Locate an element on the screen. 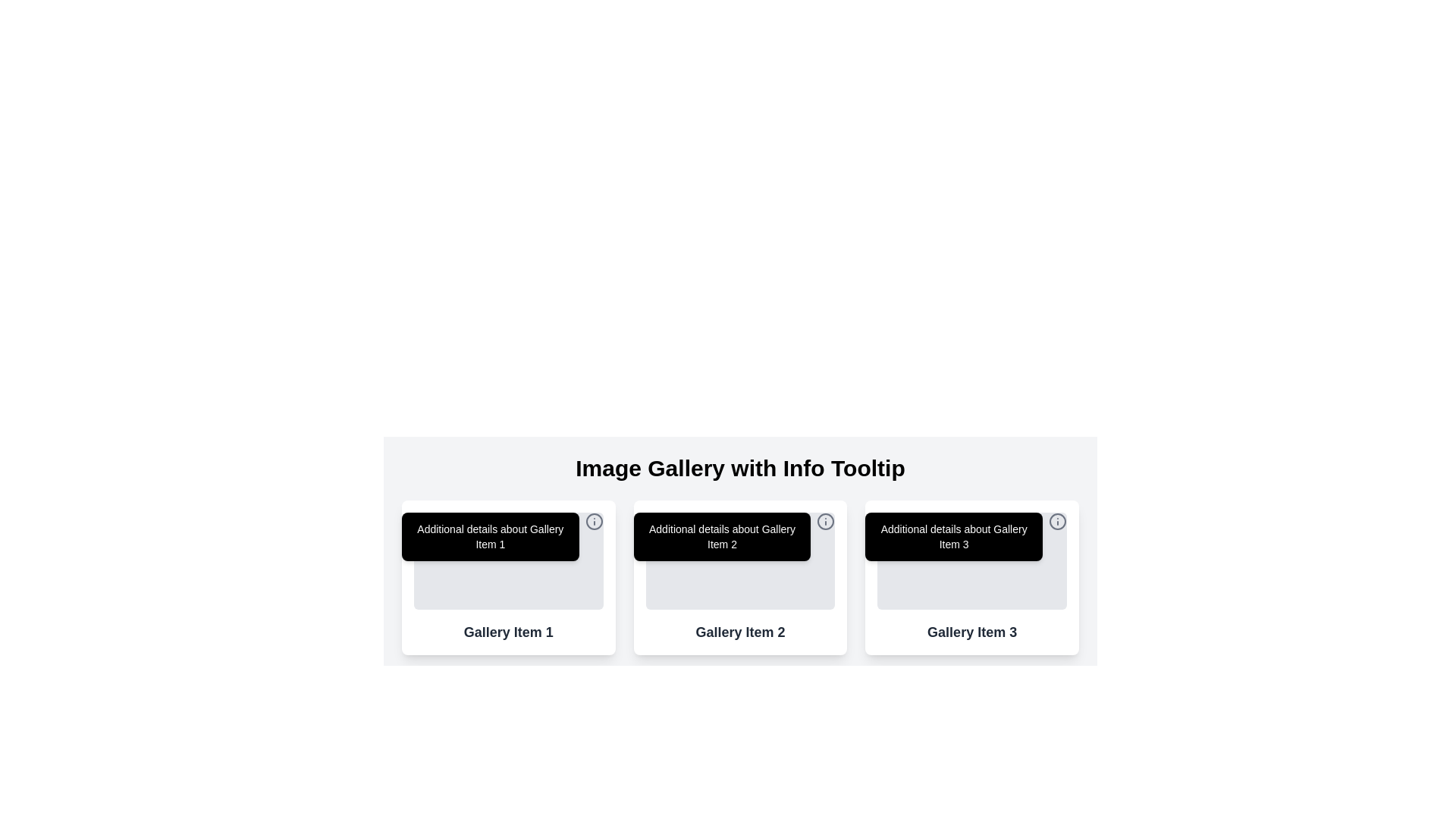  the information icon with an 'i' symbol located in the top-right corner of the card for 'Gallery Item 1' is located at coordinates (593, 520).